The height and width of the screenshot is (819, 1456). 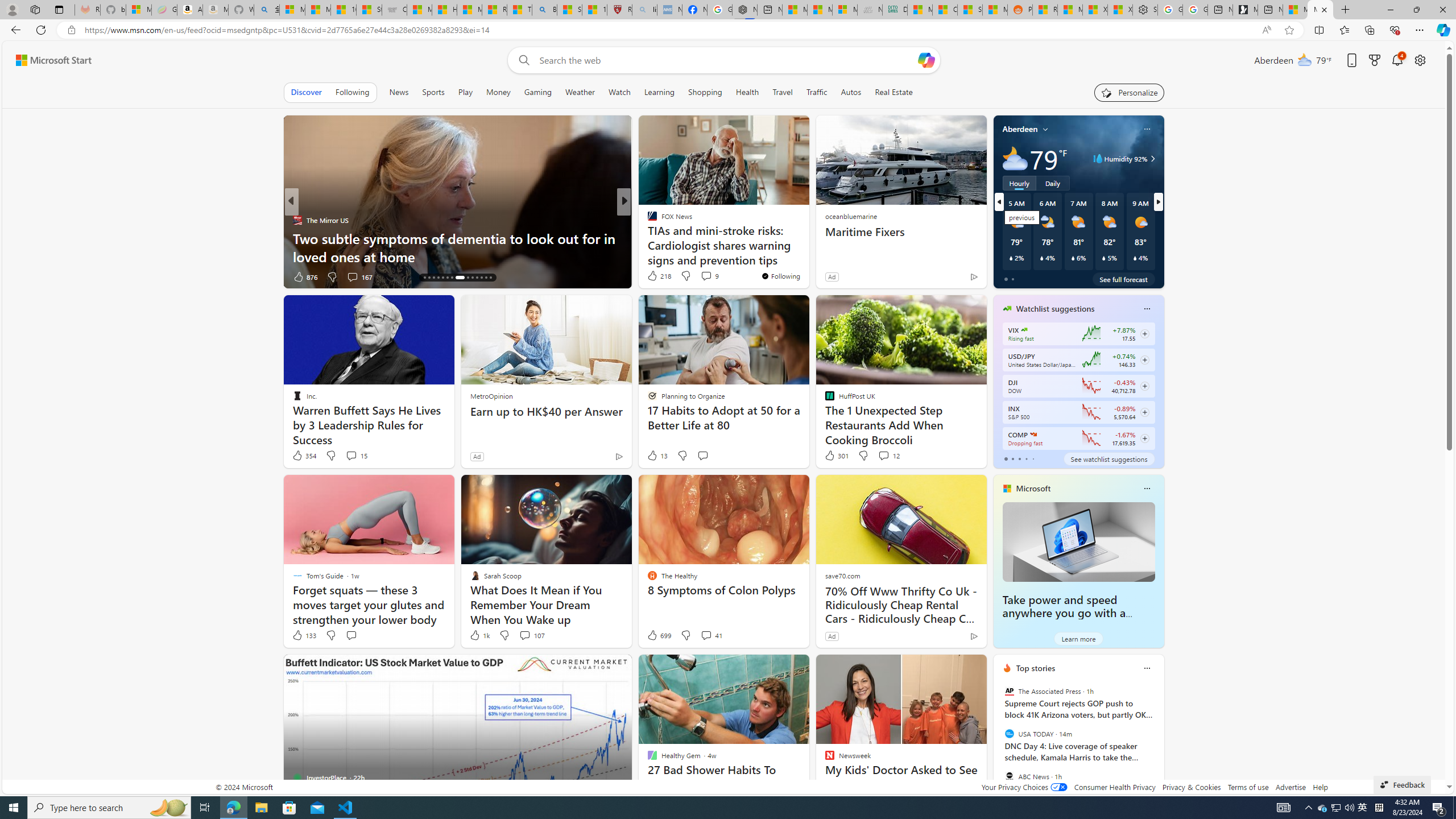 What do you see at coordinates (651, 276) in the screenshot?
I see `'8 Like'` at bounding box center [651, 276].